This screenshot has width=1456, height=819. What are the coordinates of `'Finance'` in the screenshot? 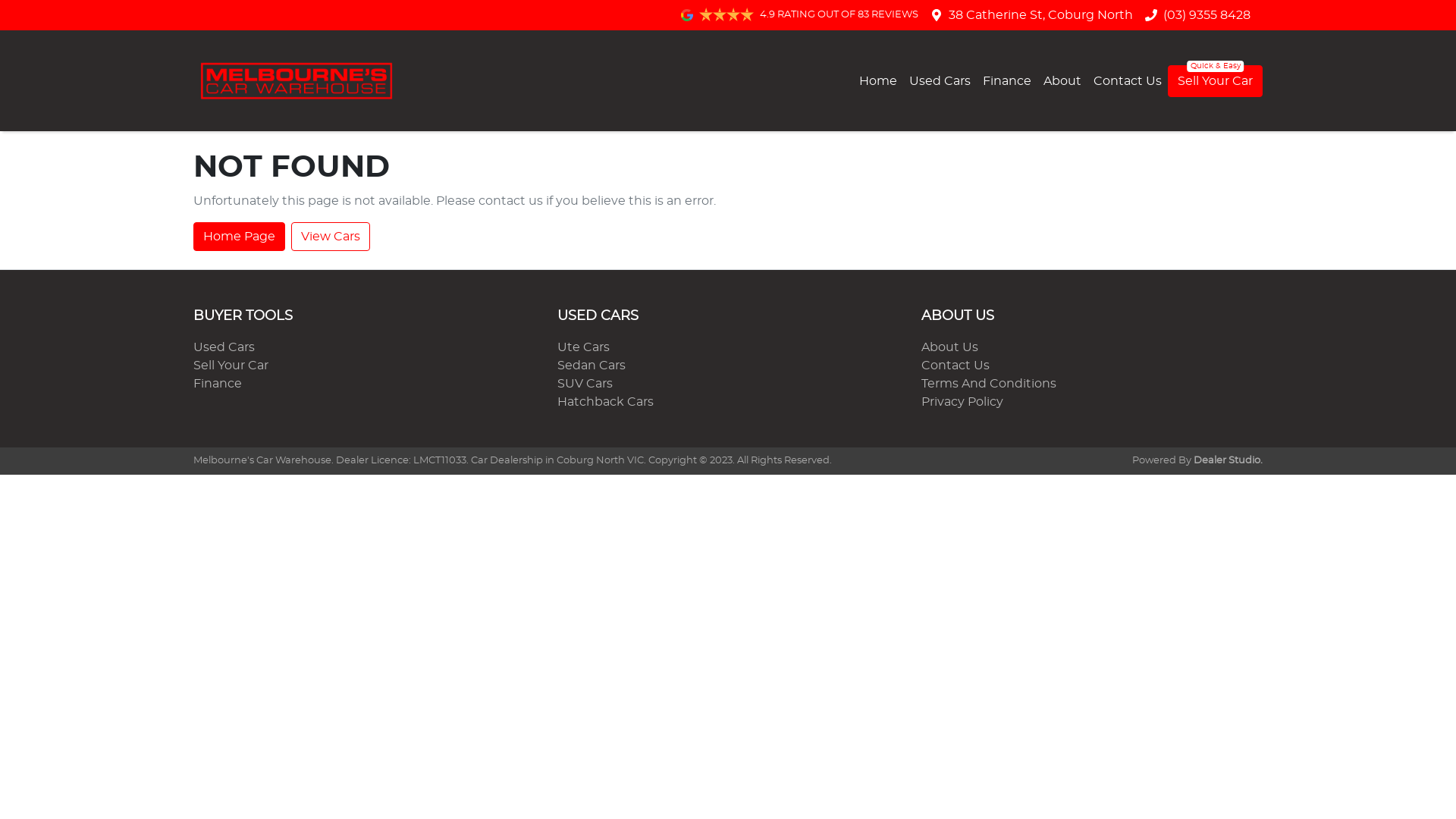 It's located at (1007, 80).